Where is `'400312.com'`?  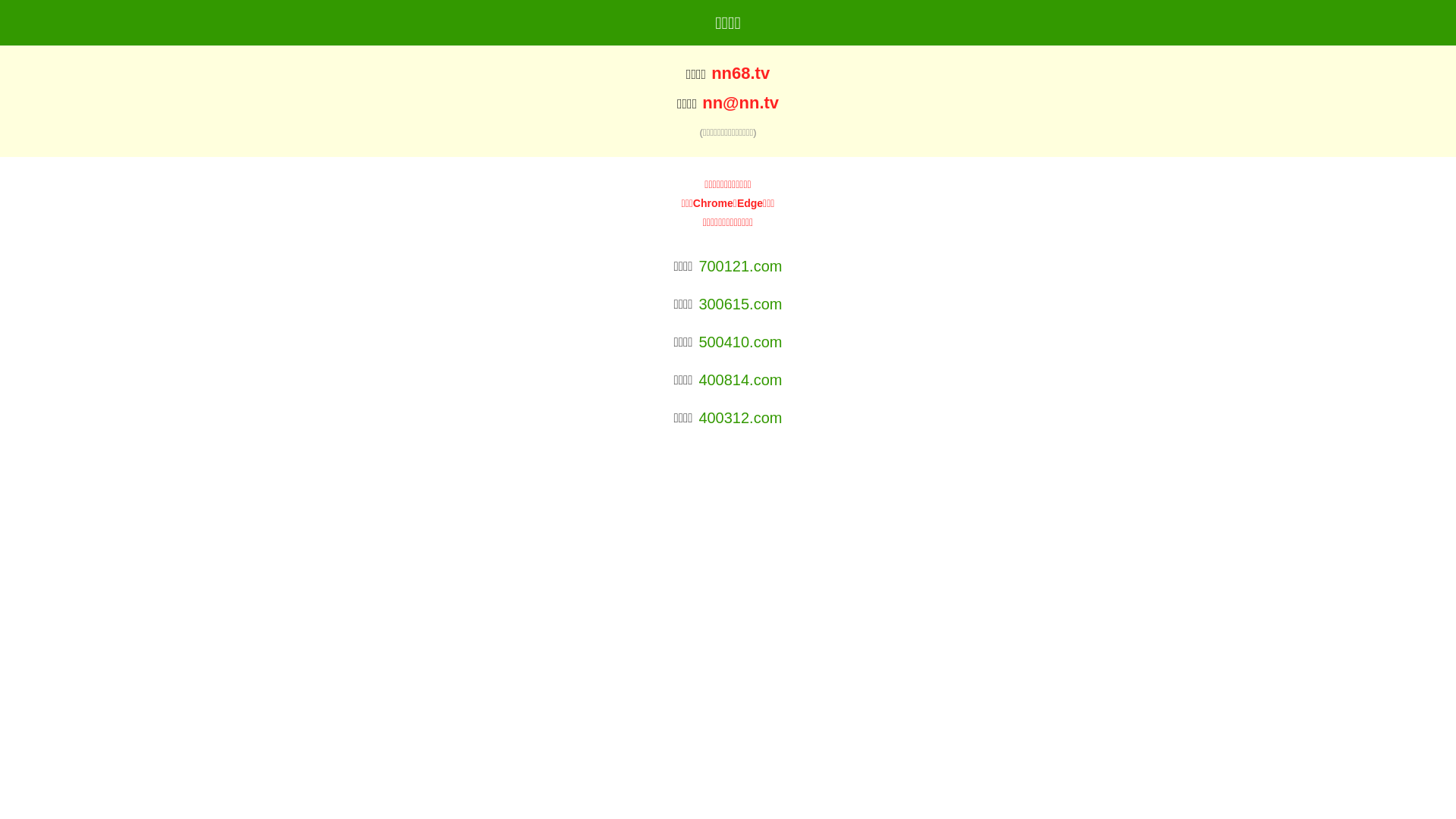
'400312.com' is located at coordinates (739, 418).